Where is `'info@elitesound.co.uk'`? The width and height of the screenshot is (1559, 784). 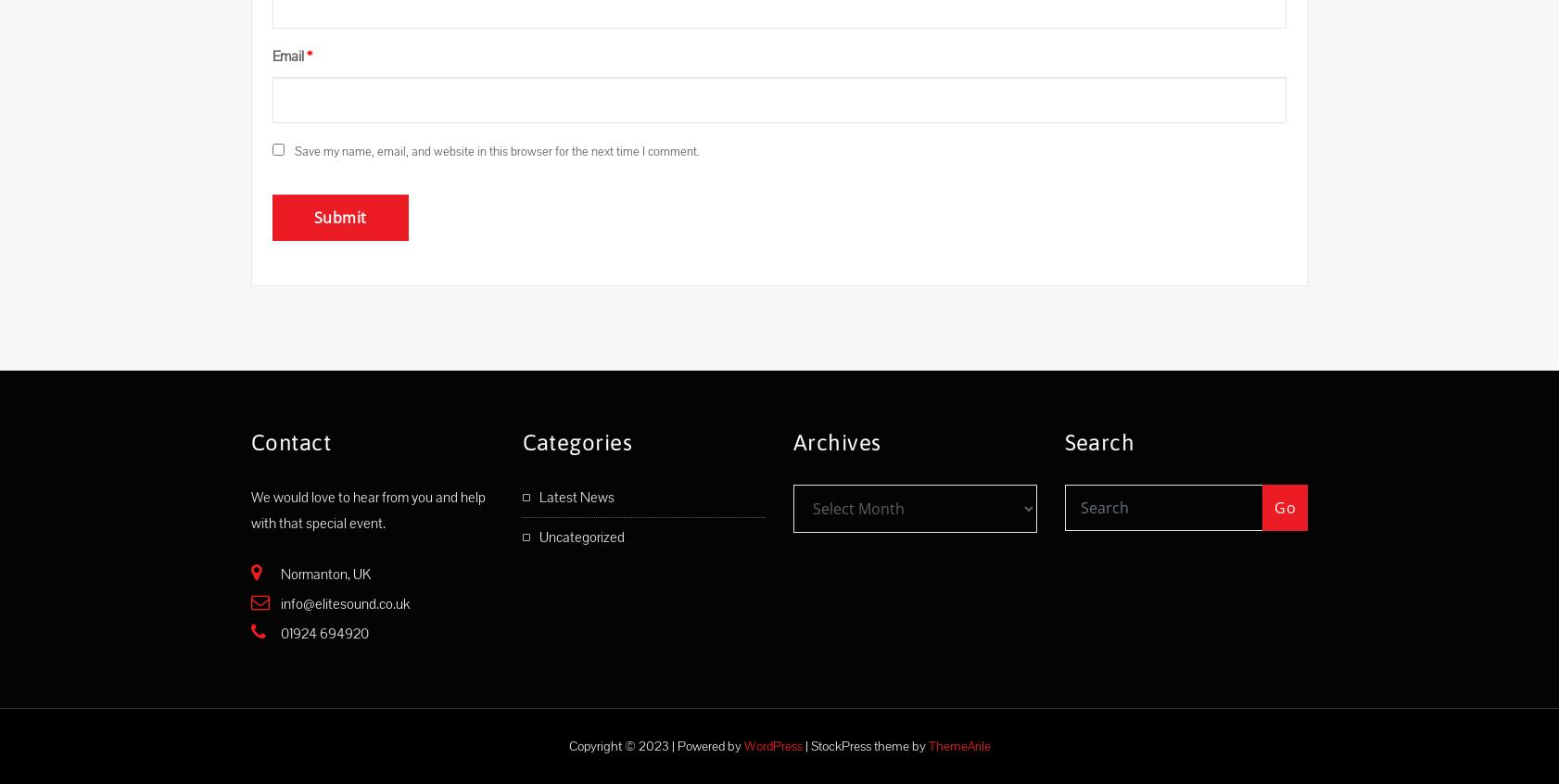 'info@elitesound.co.uk' is located at coordinates (344, 602).